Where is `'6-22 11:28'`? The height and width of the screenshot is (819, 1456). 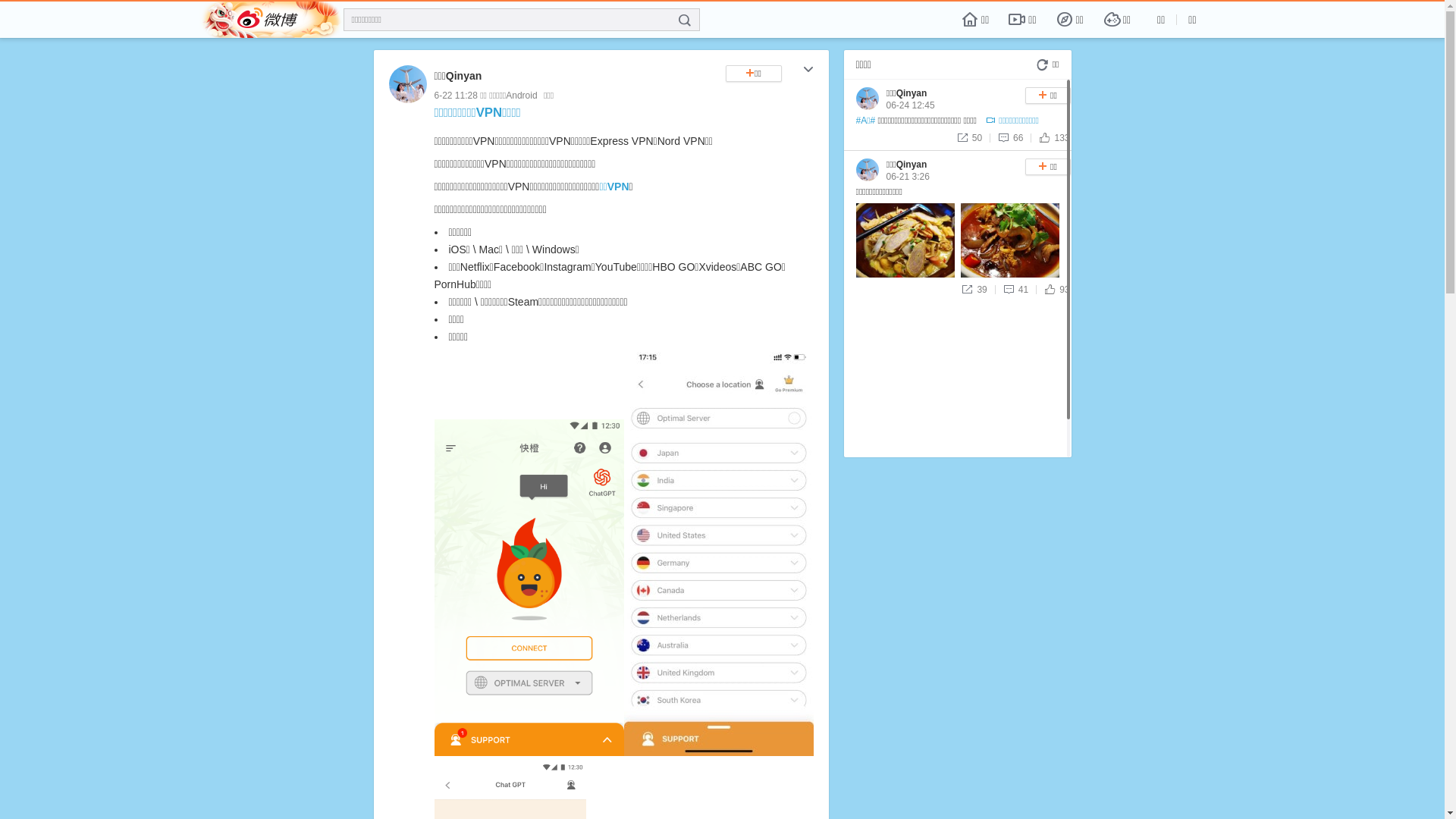
'6-22 11:28' is located at coordinates (454, 96).